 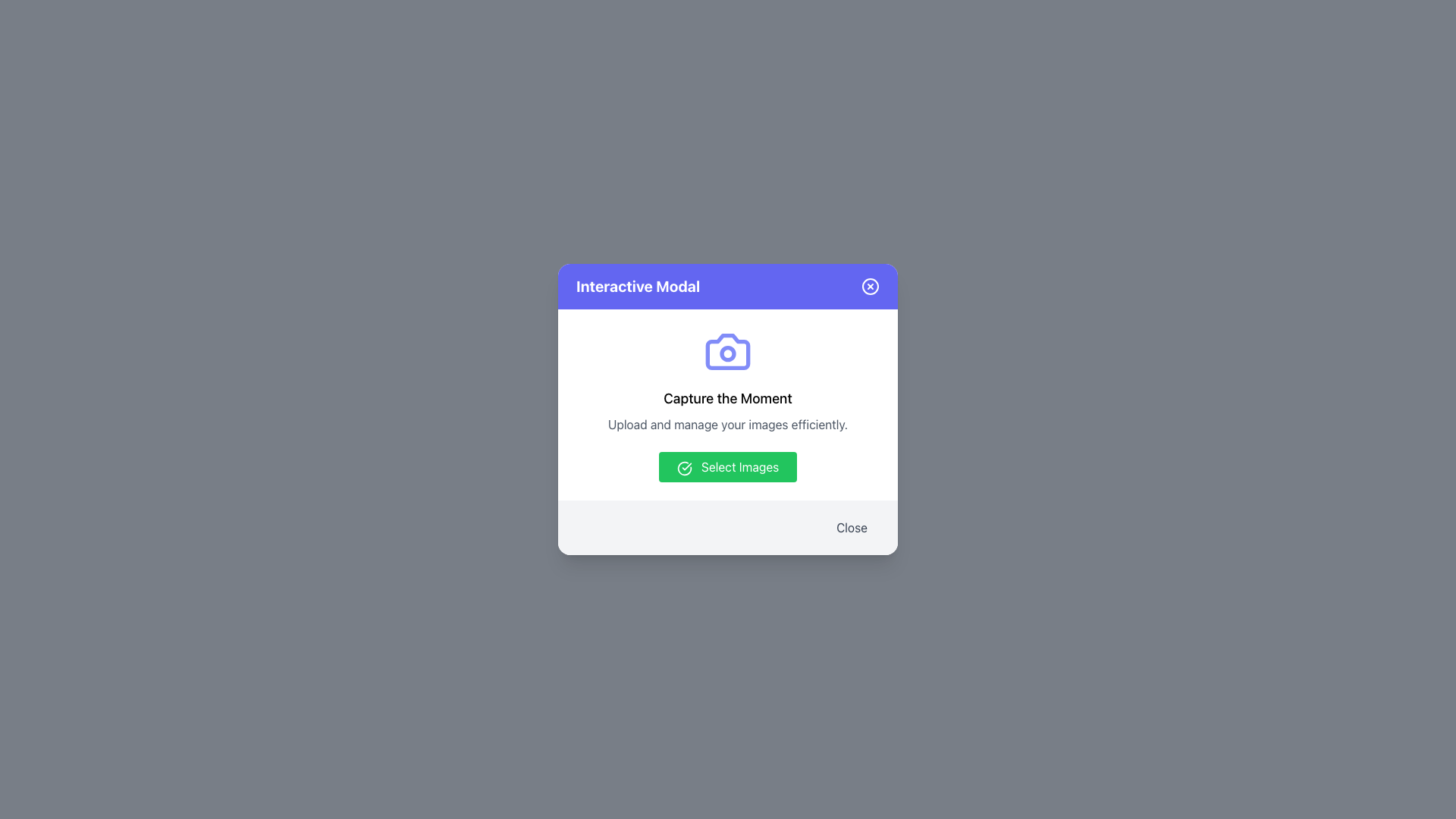 I want to click on the 'Capture the Moment' section of the modal, which includes a camera icon, a heading, supporting text, and a 'Select Images' button, so click(x=728, y=403).